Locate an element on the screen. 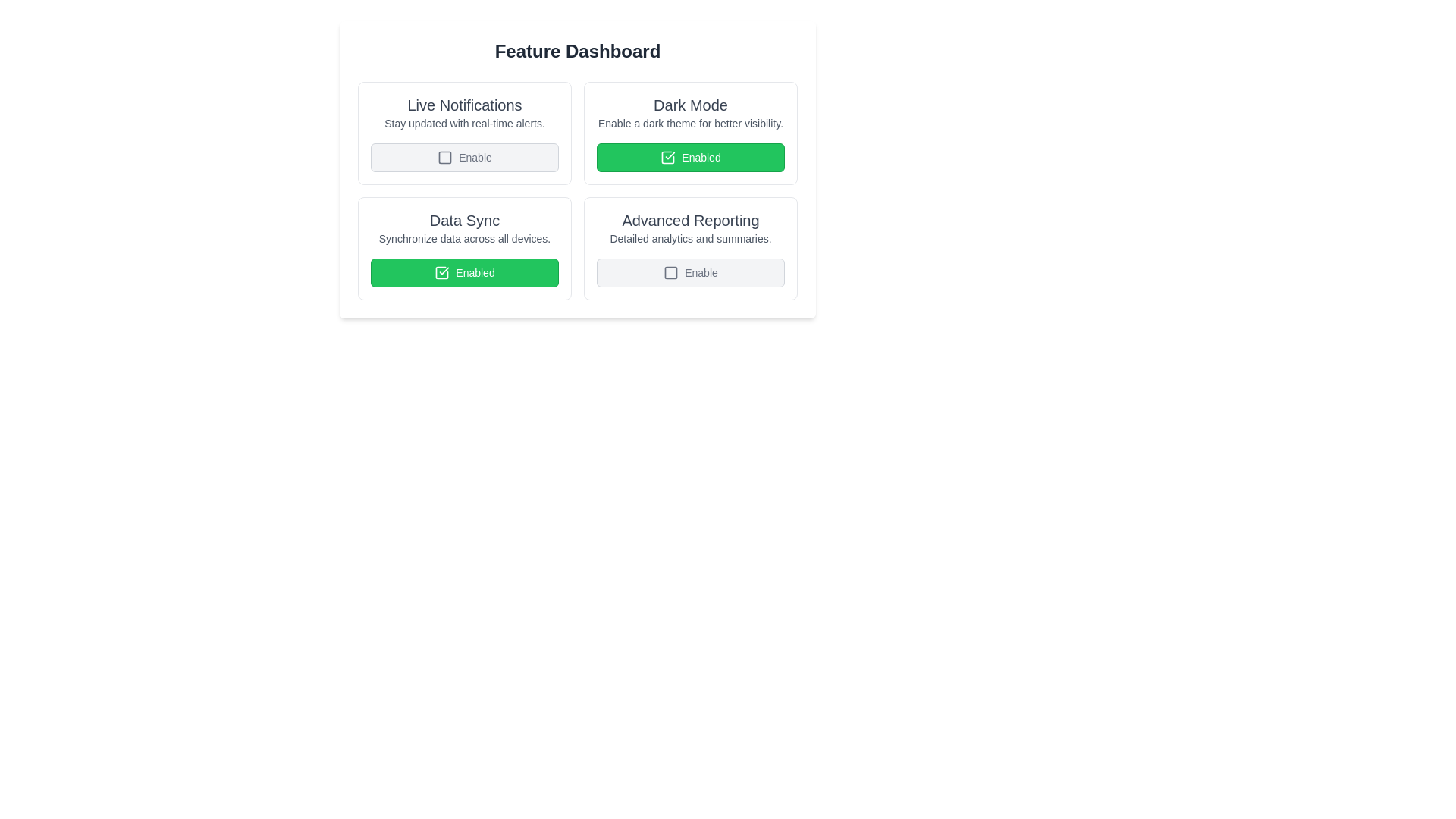  the button located at the bottom-right section of the 'Advanced Reporting' grid is located at coordinates (690, 271).